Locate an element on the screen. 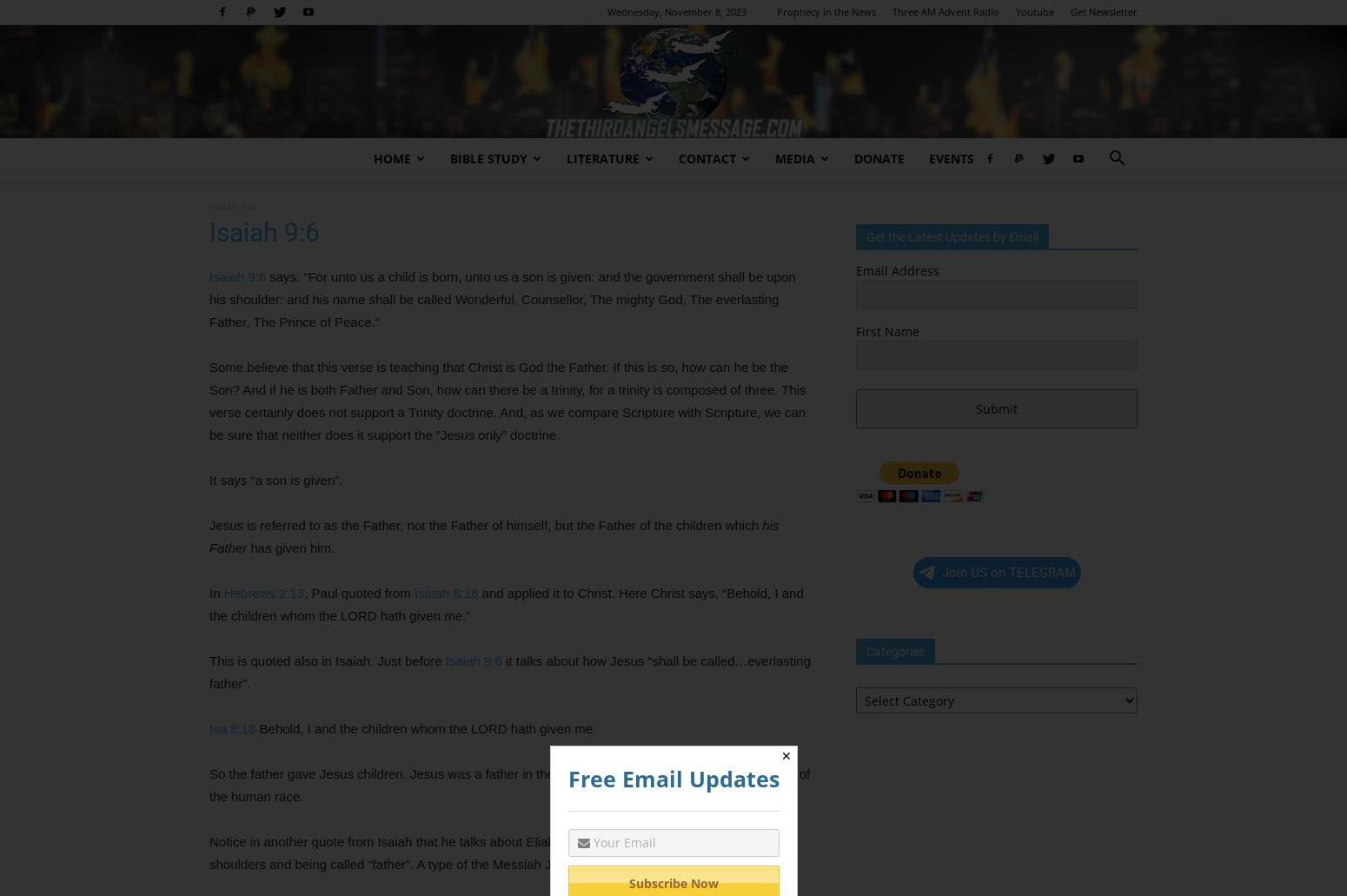 The width and height of the screenshot is (1347, 896). 'This is quoted also in Isaiah. Just before' is located at coordinates (326, 660).